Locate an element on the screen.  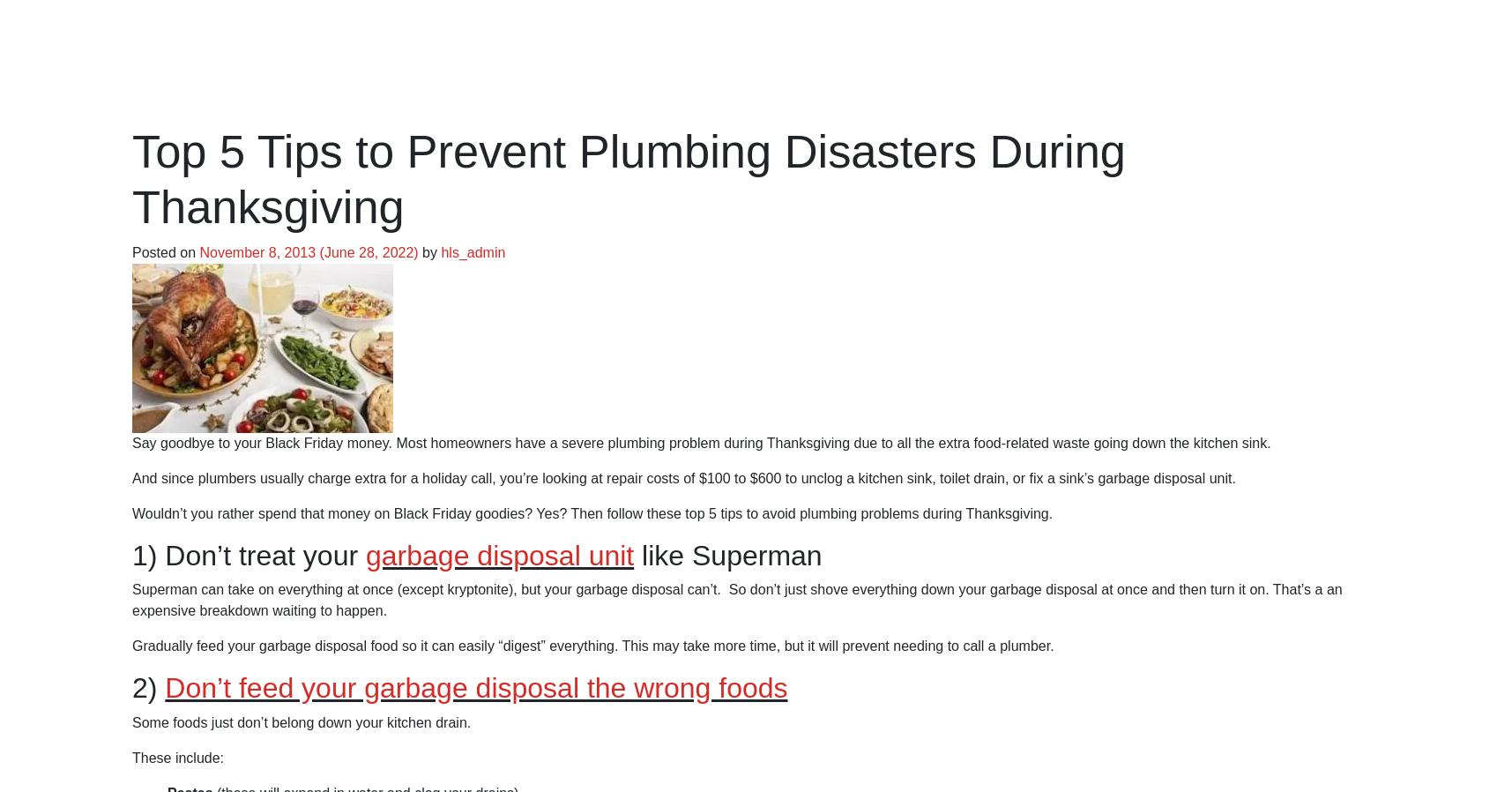
'If you run across a plumbing problem this Thanksgiving, give us a call at' is located at coordinates (358, 366).